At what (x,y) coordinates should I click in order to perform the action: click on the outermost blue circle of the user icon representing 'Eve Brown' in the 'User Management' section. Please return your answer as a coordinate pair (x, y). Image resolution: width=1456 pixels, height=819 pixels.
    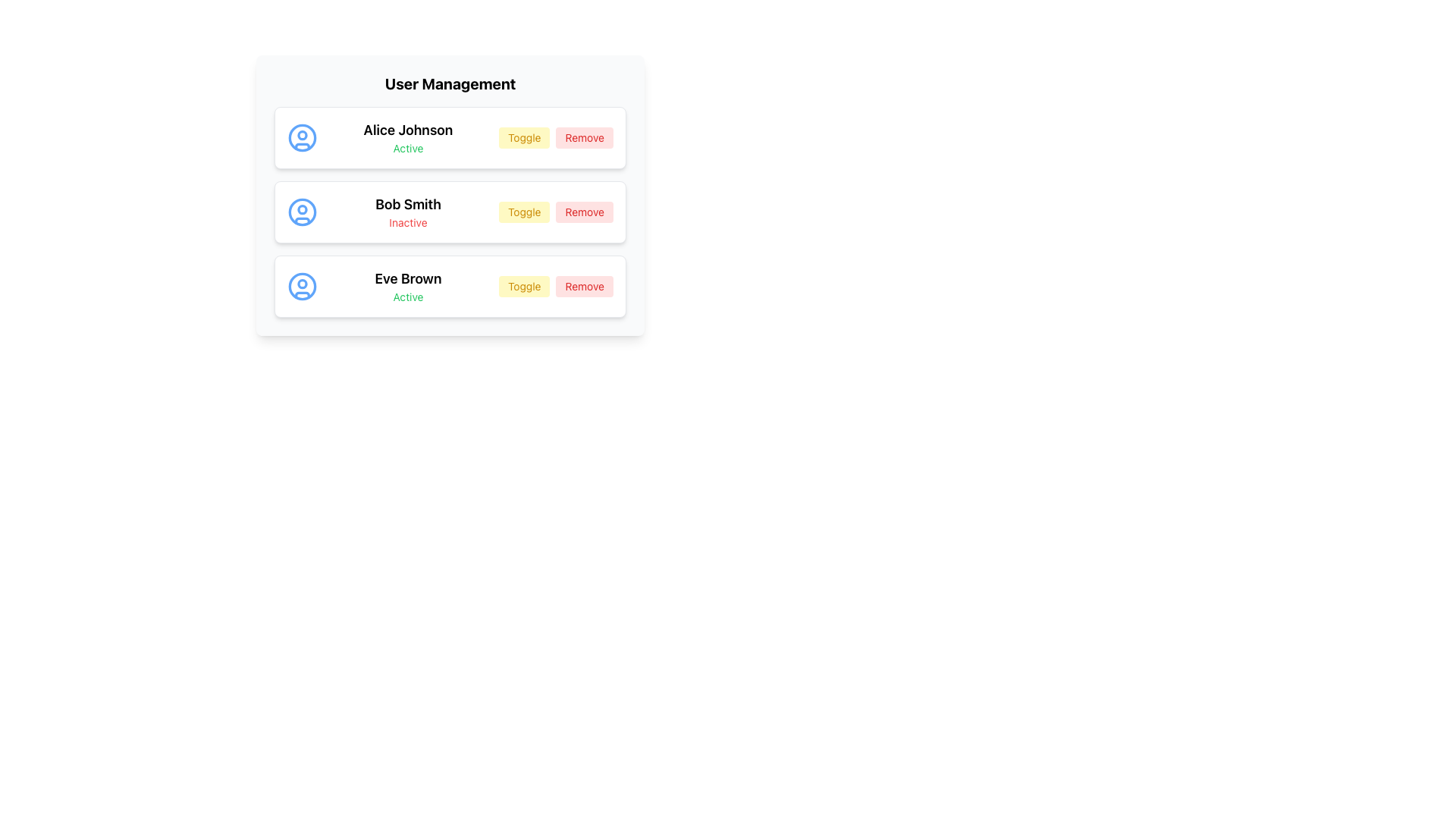
    Looking at the image, I should click on (302, 287).